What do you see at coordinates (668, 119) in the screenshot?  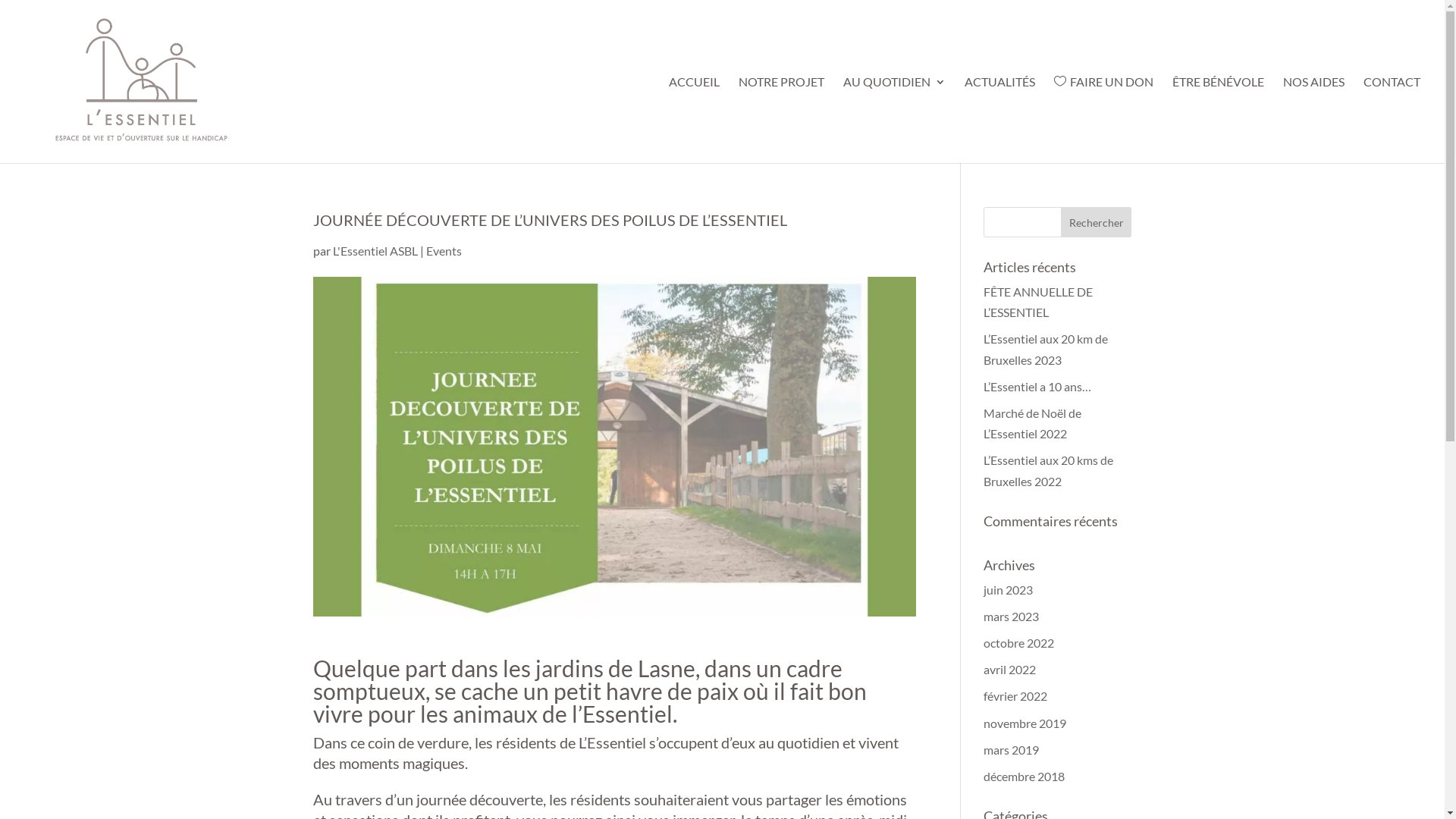 I see `'ACCUEIL'` at bounding box center [668, 119].